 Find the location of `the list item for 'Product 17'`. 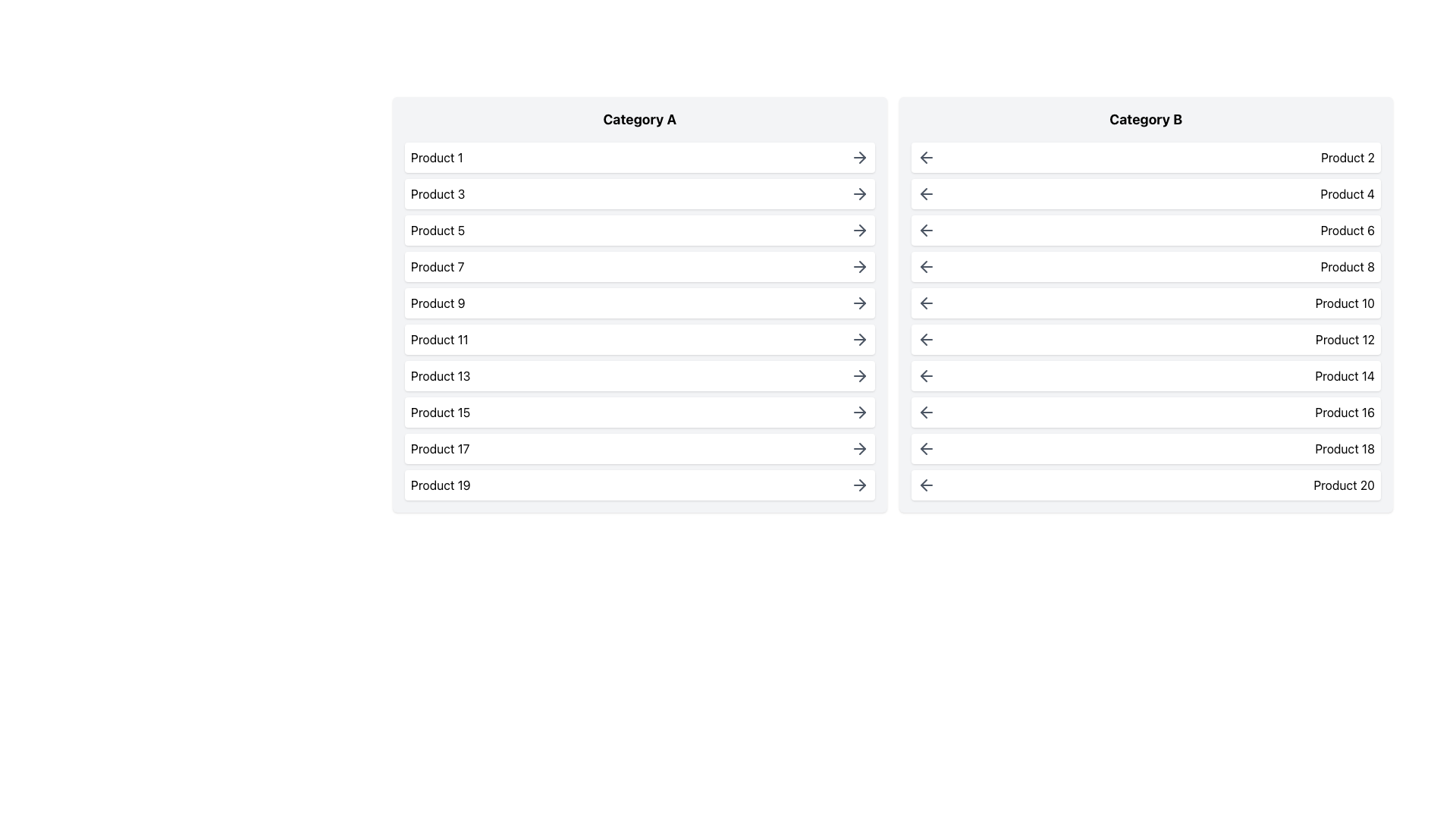

the list item for 'Product 17' is located at coordinates (639, 447).